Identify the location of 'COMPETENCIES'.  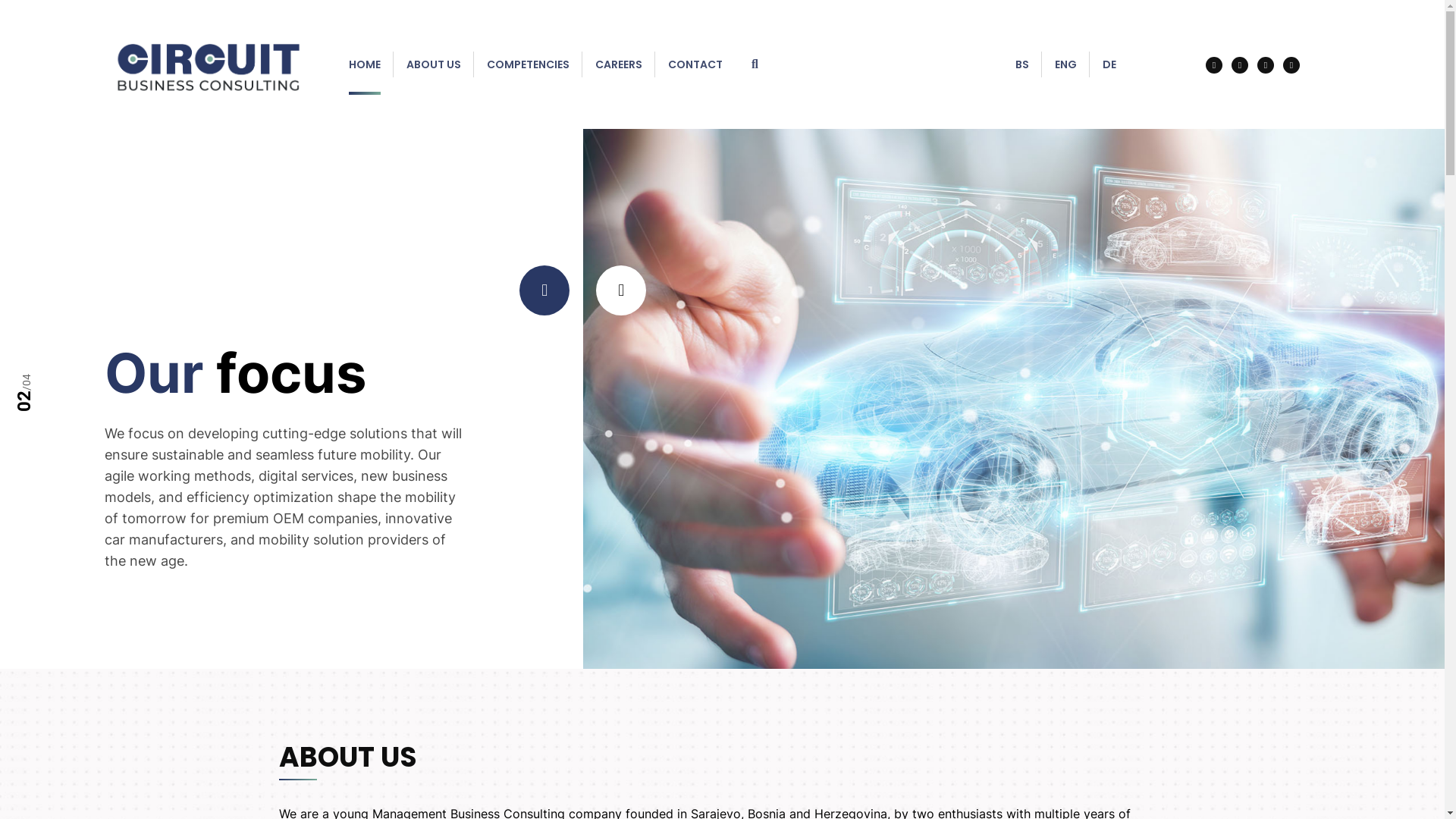
(528, 63).